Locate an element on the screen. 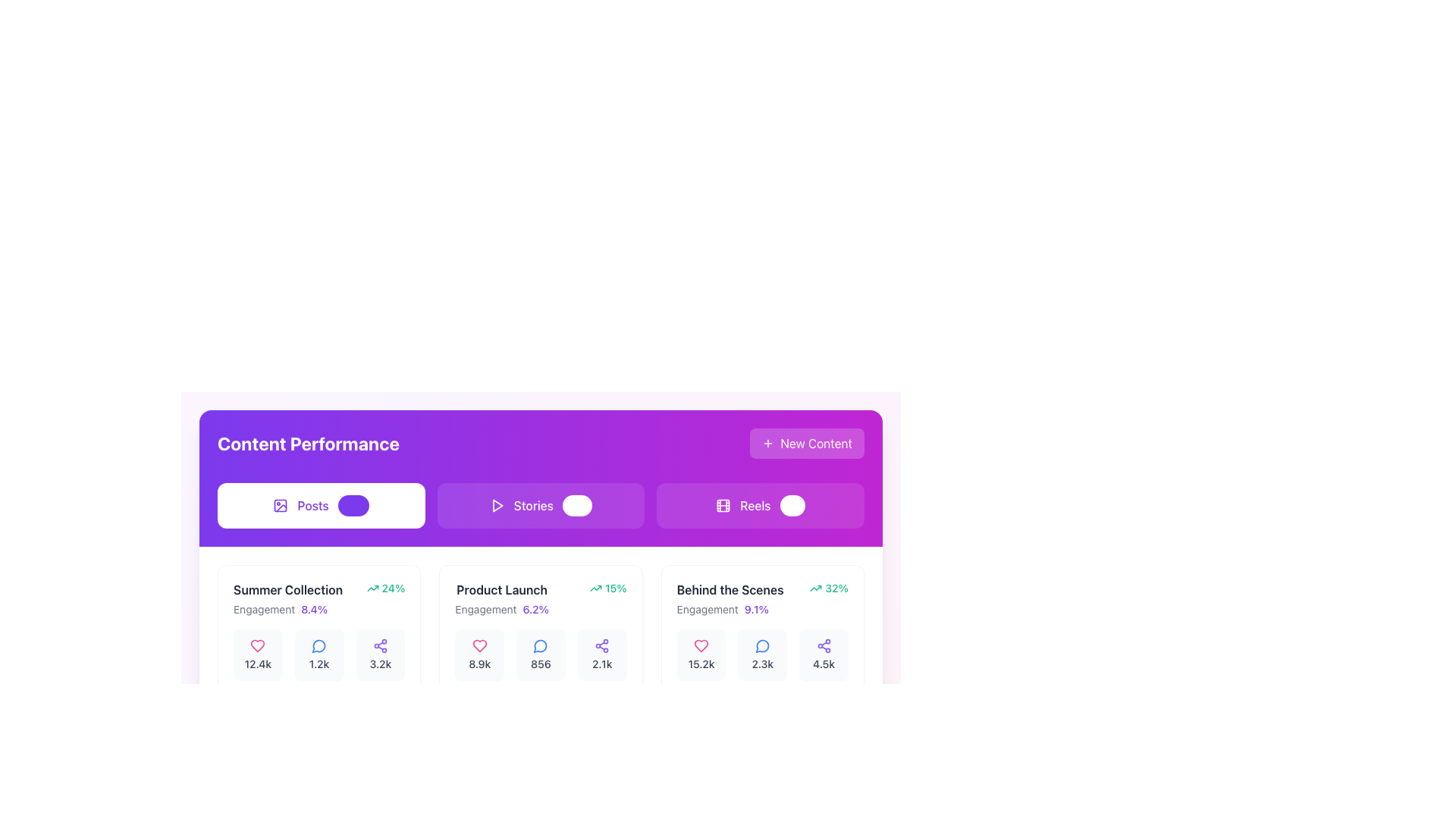  the performance data summary element for the 'Product Launch' category, which is located in the center of the second card in a row of three cards, between 'Summer Collection' and 'Behind the Scenes' is located at coordinates (541, 598).